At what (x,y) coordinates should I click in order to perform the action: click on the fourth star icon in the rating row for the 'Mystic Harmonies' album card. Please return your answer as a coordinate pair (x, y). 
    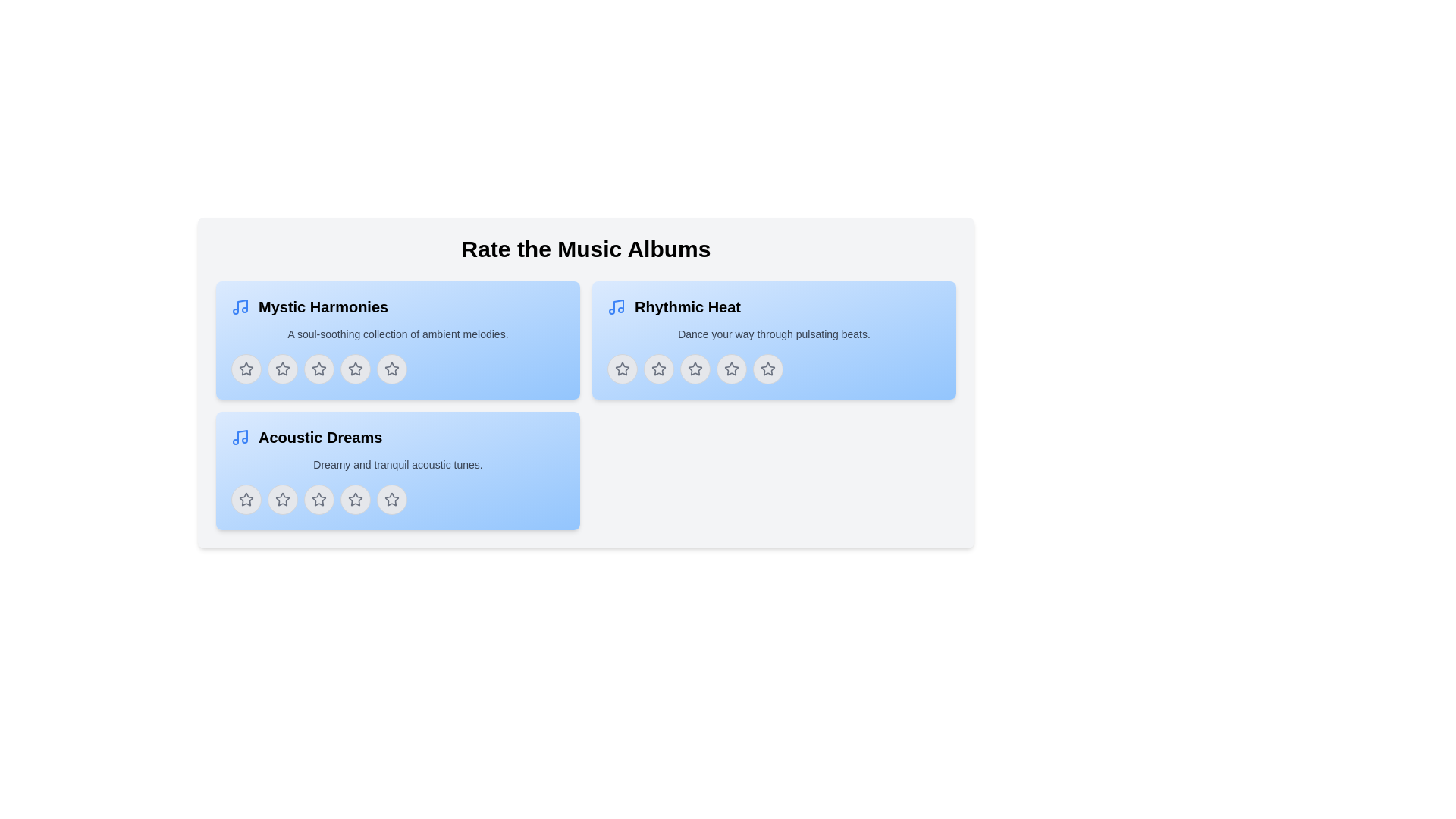
    Looking at the image, I should click on (355, 369).